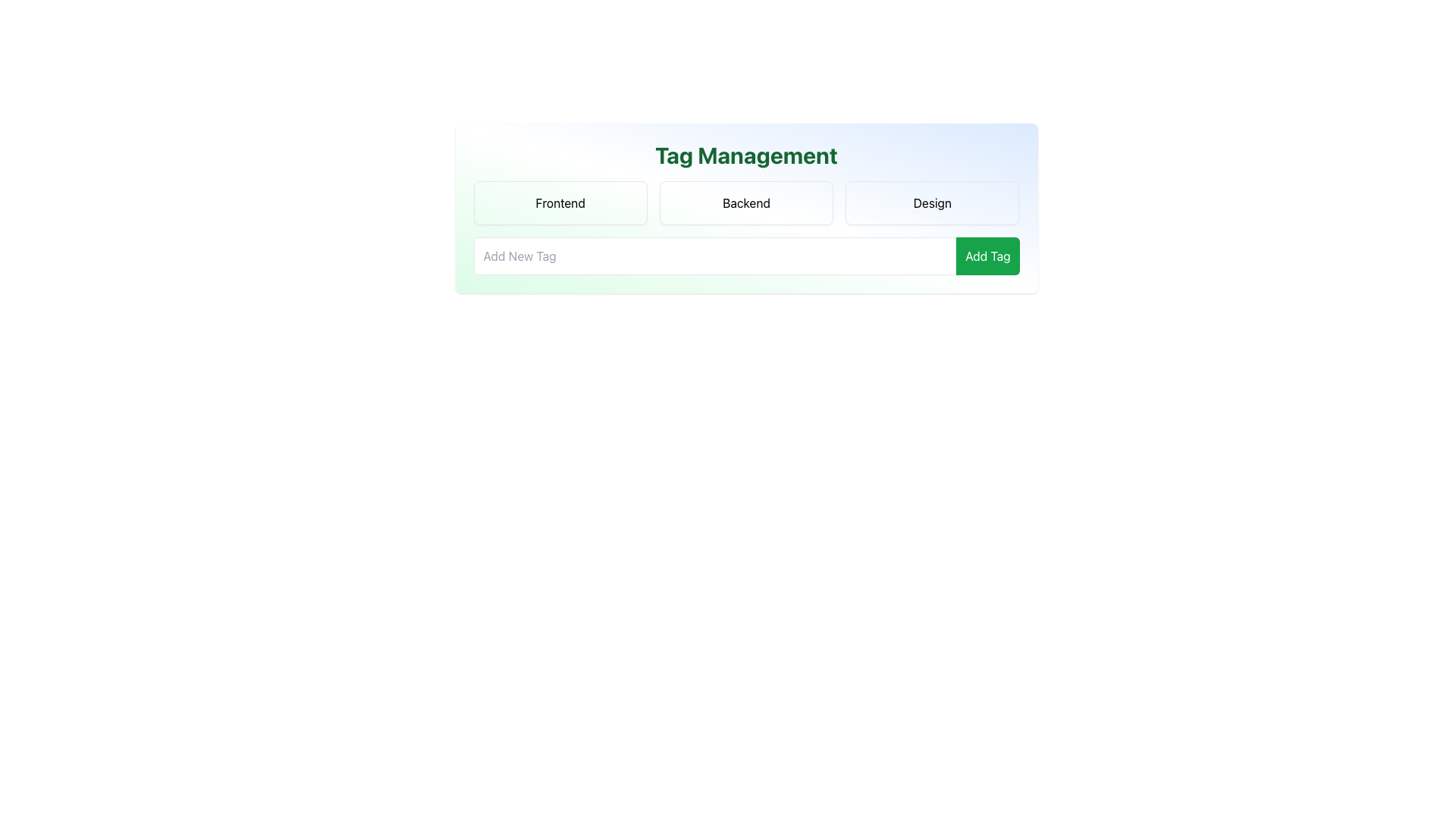  What do you see at coordinates (746, 202) in the screenshot?
I see `the middle element of the grid layout, which serves as a category selector for 'Backend'` at bounding box center [746, 202].